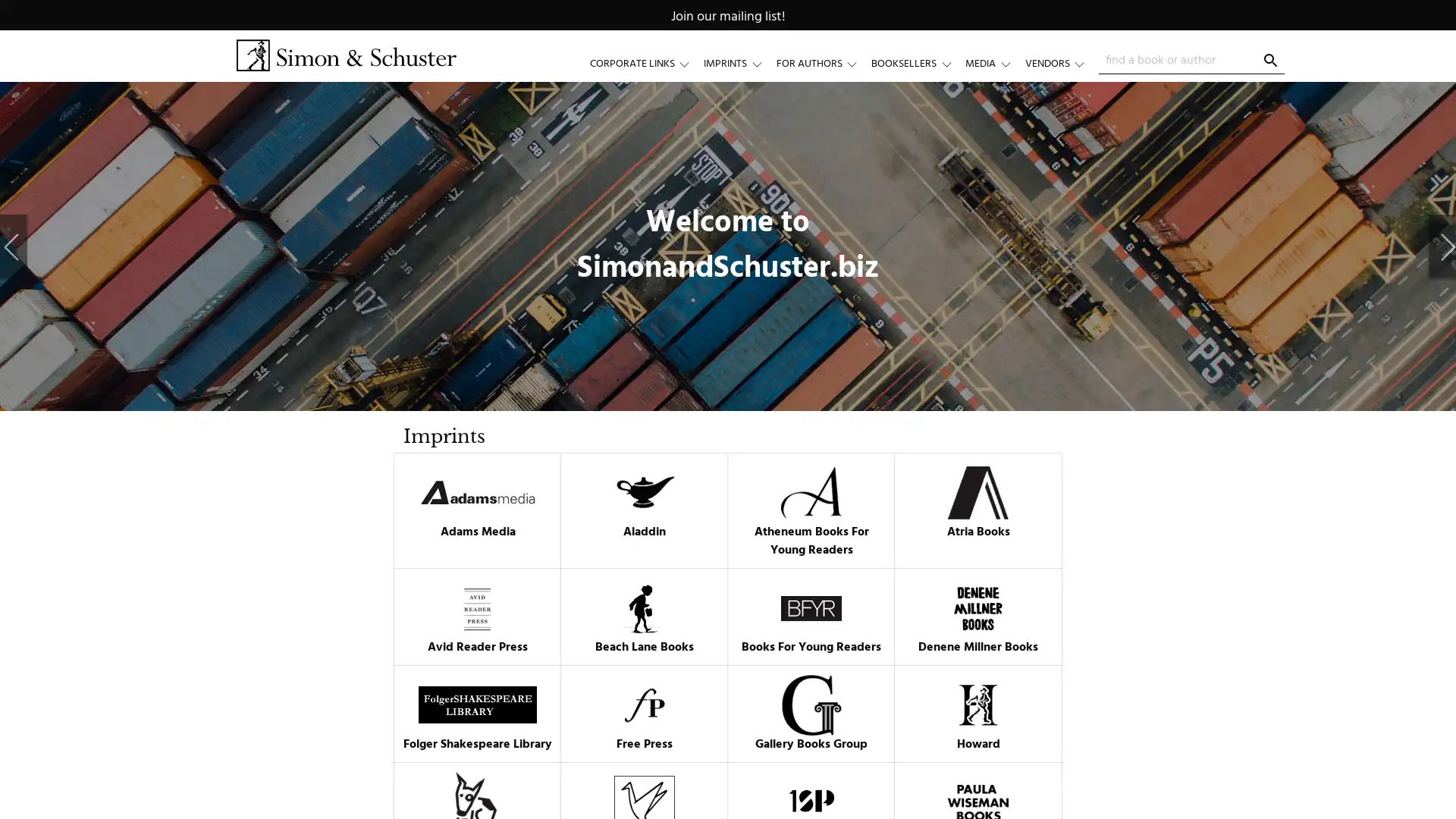 The height and width of the screenshot is (819, 1456). I want to click on Simon & Schuster Logo, so click(345, 55).